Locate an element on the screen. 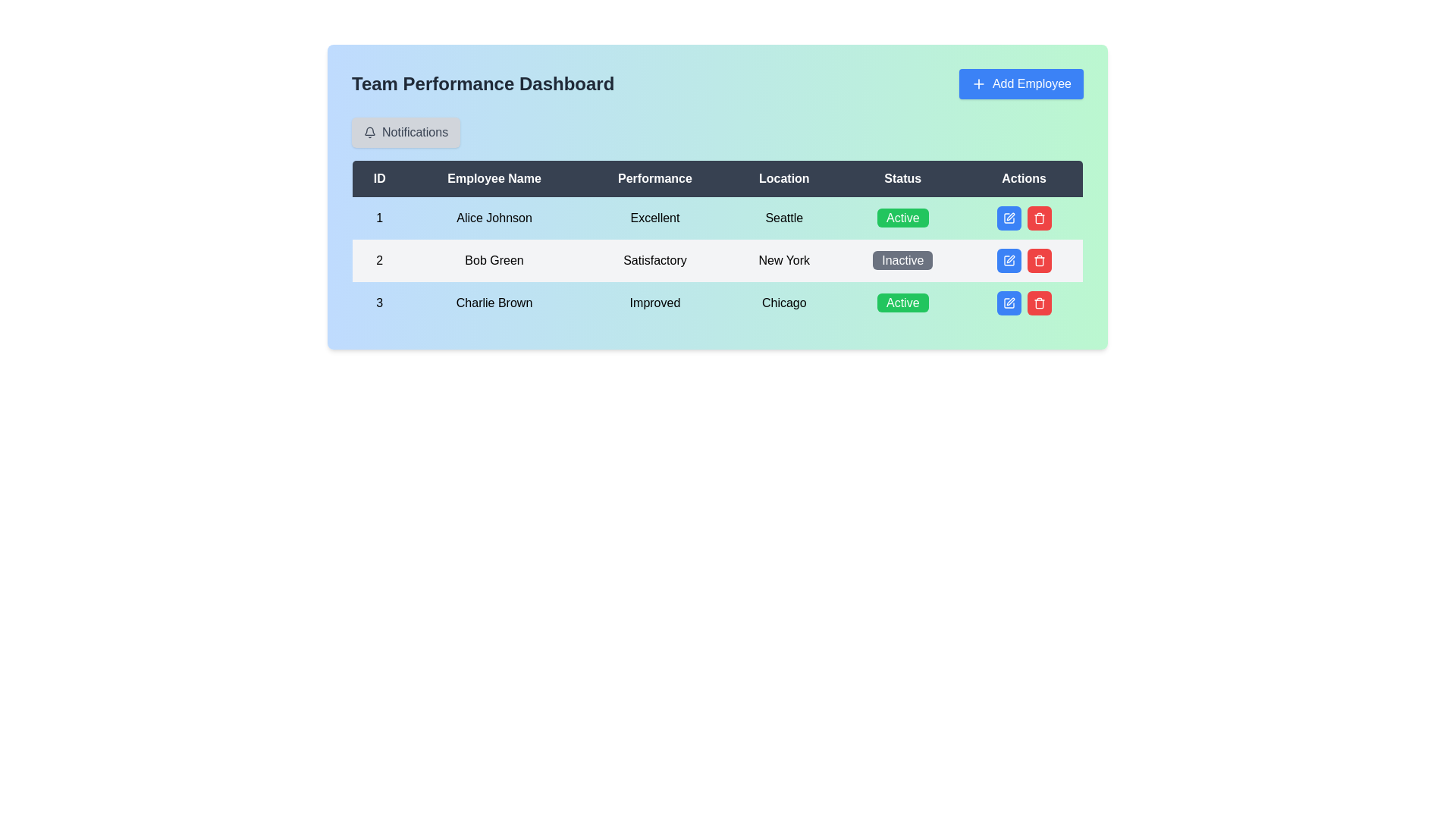 The image size is (1456, 819). the static text displaying 'Charlie Brown', which represents an employee's name in the third row of the table under the 'Employee Name' column is located at coordinates (494, 303).